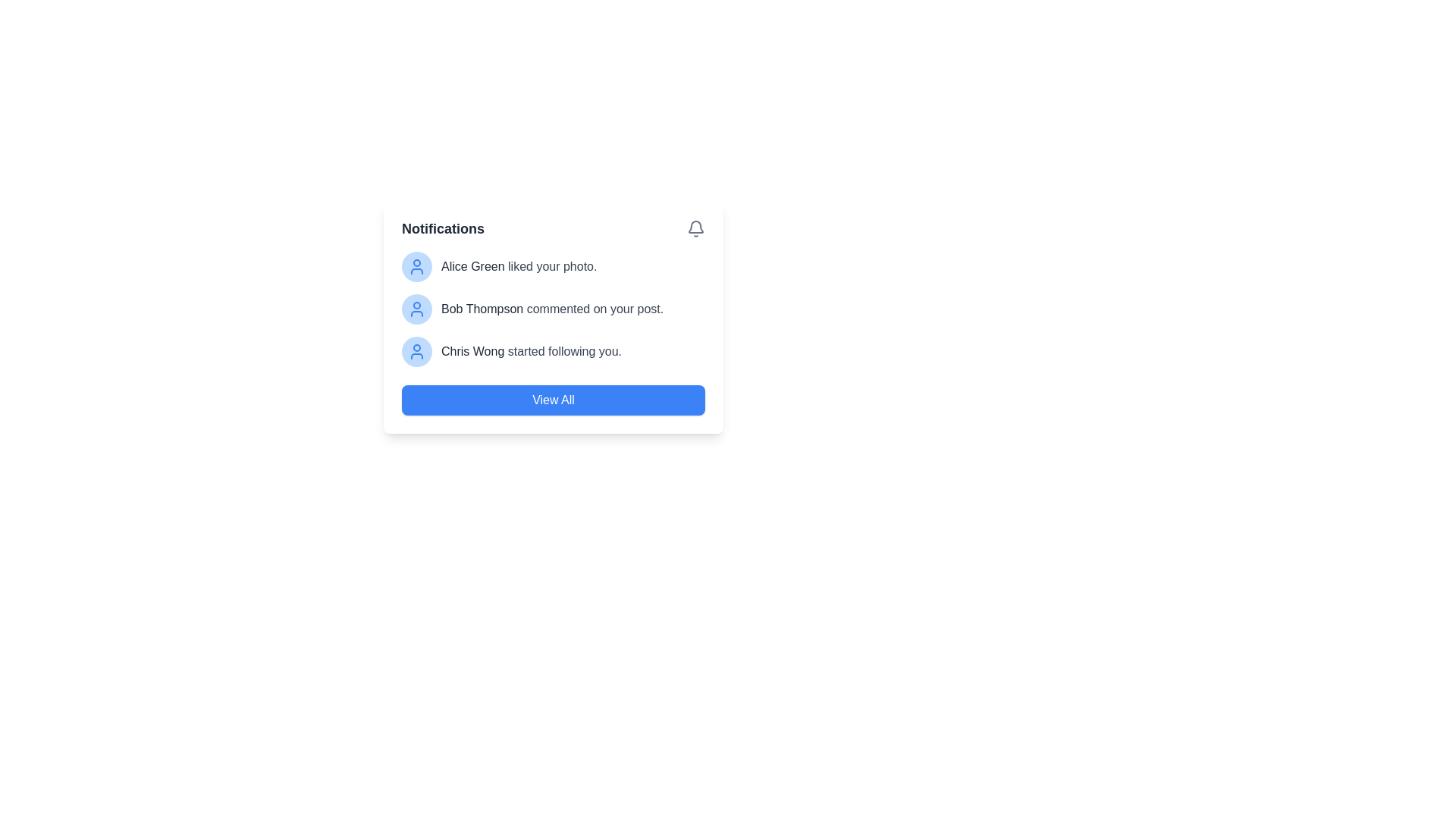  What do you see at coordinates (552, 309) in the screenshot?
I see `the notification item that reads 'Bob Thompson commented on your post.'` at bounding box center [552, 309].